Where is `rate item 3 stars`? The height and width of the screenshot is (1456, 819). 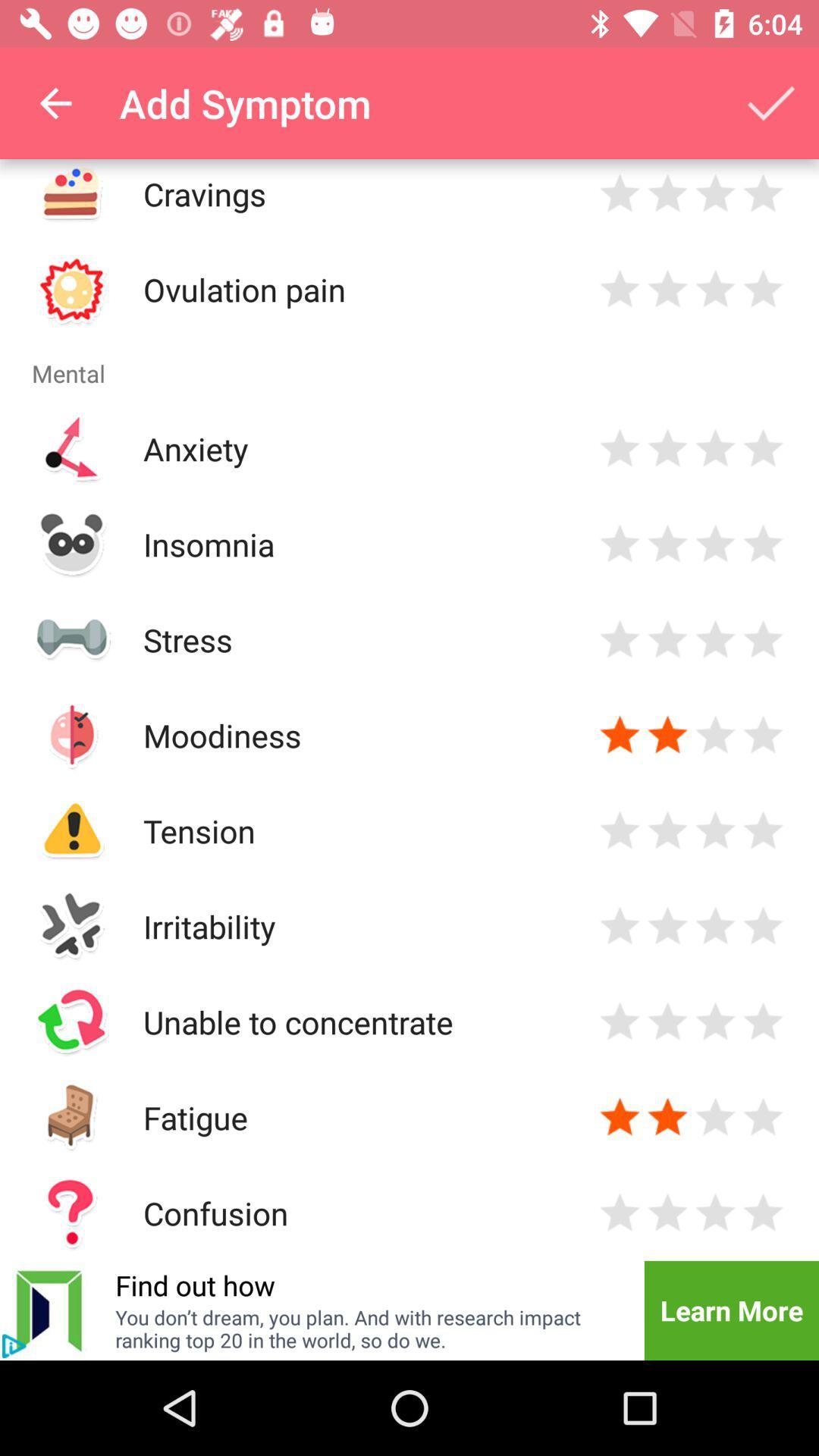 rate item 3 stars is located at coordinates (715, 193).